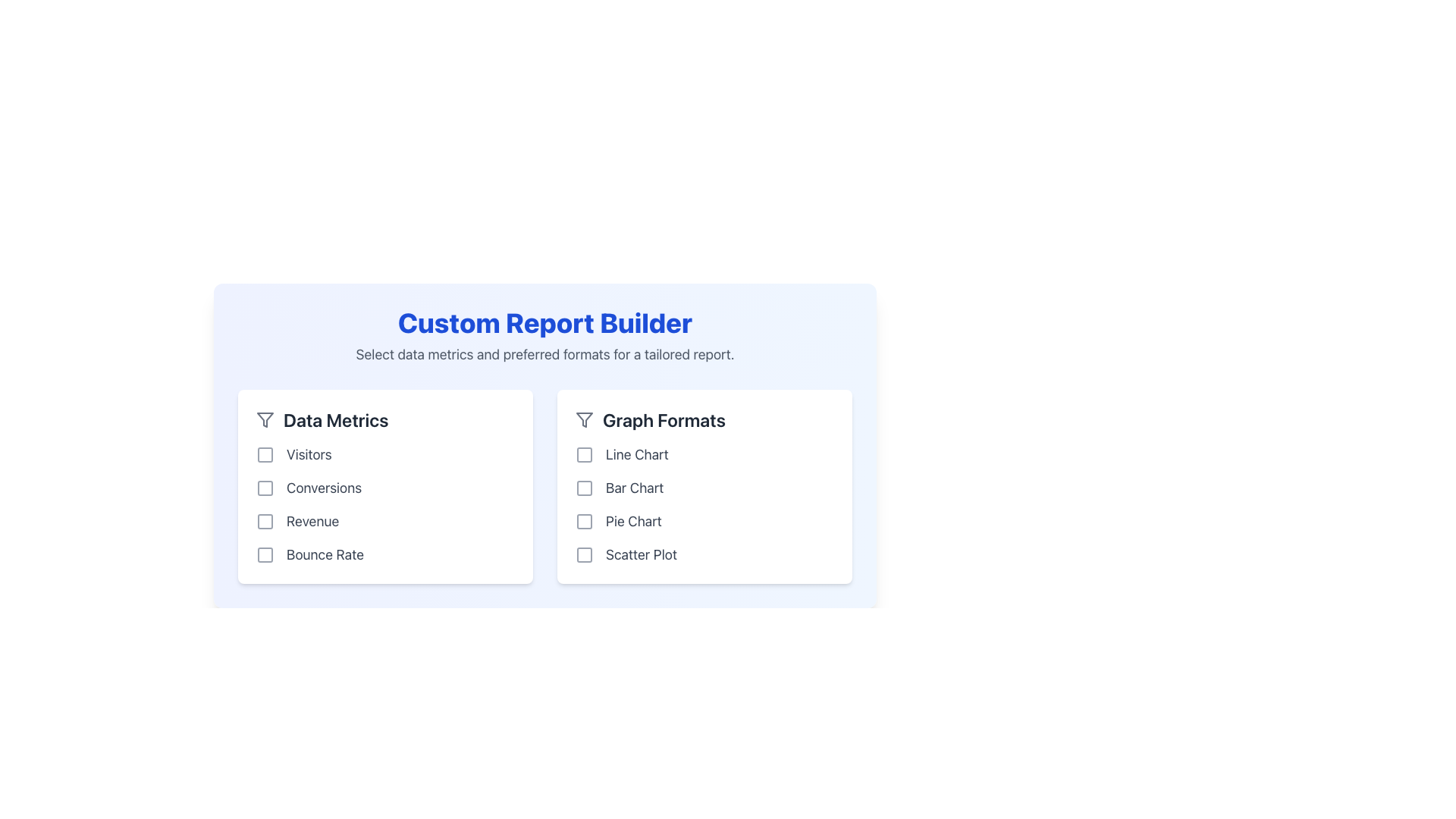  Describe the element at coordinates (584, 420) in the screenshot. I see `the decorative or functional icon located as the leftmost component within the 'Graph Formats' section header, which may hint at a dropdown filter or settings menu` at that location.